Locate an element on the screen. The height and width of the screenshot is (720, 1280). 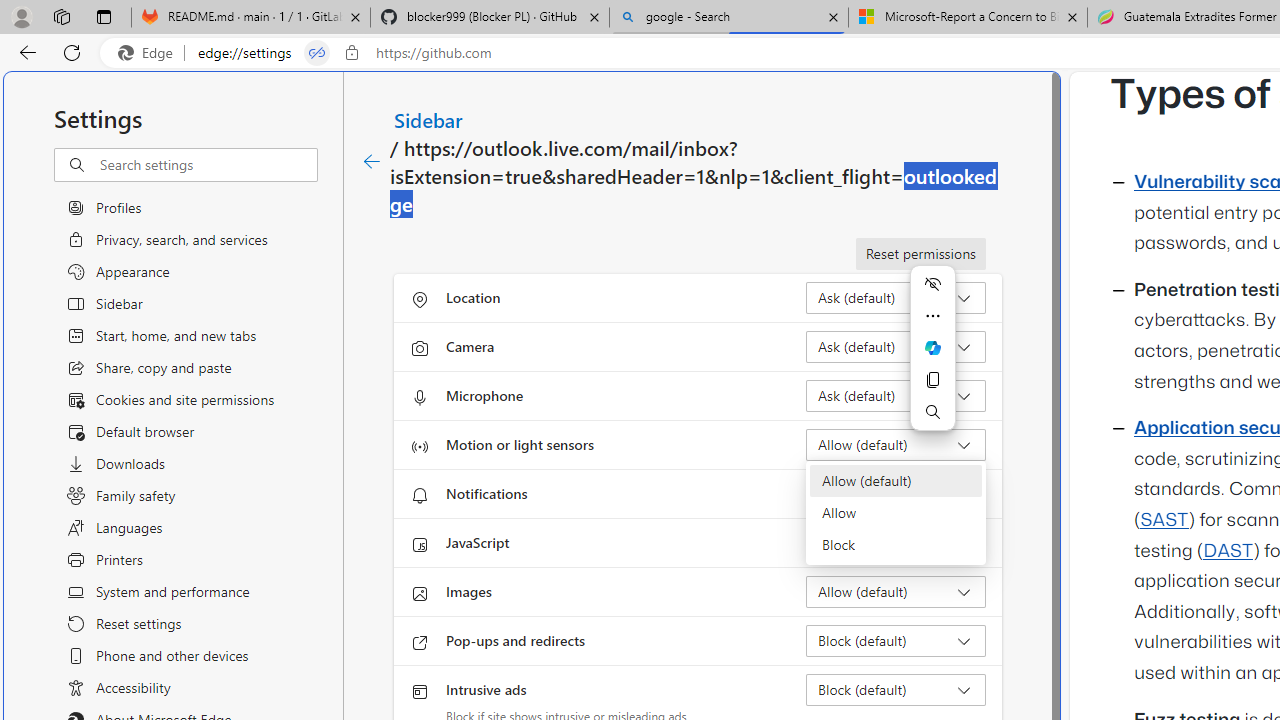
'Go back to Sidebar page.' is located at coordinates (372, 161).